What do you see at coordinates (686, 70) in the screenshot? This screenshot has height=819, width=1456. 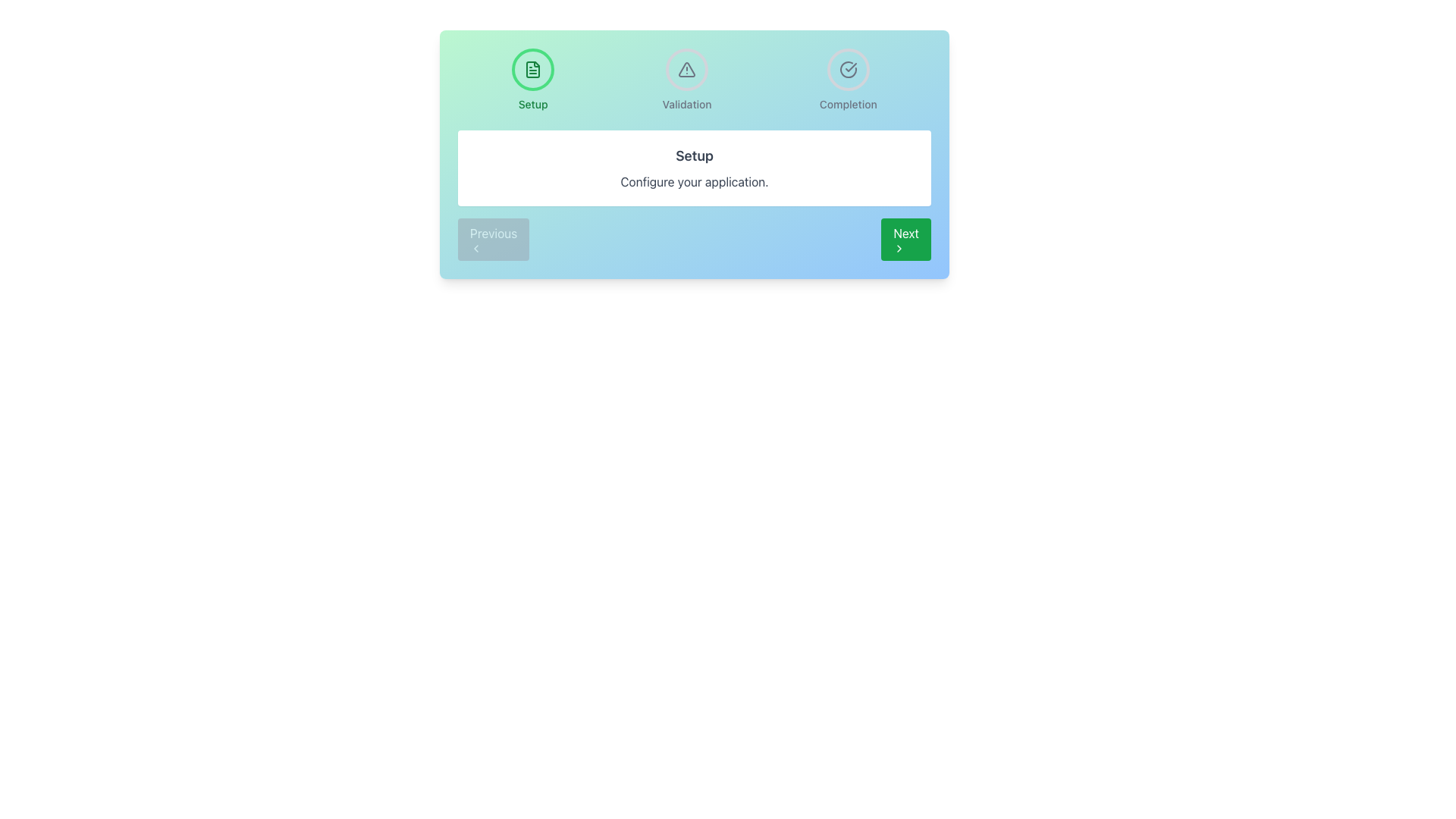 I see `the 'Validation' step indicator icon with a rounded border that visually represents a warning or alert status` at bounding box center [686, 70].